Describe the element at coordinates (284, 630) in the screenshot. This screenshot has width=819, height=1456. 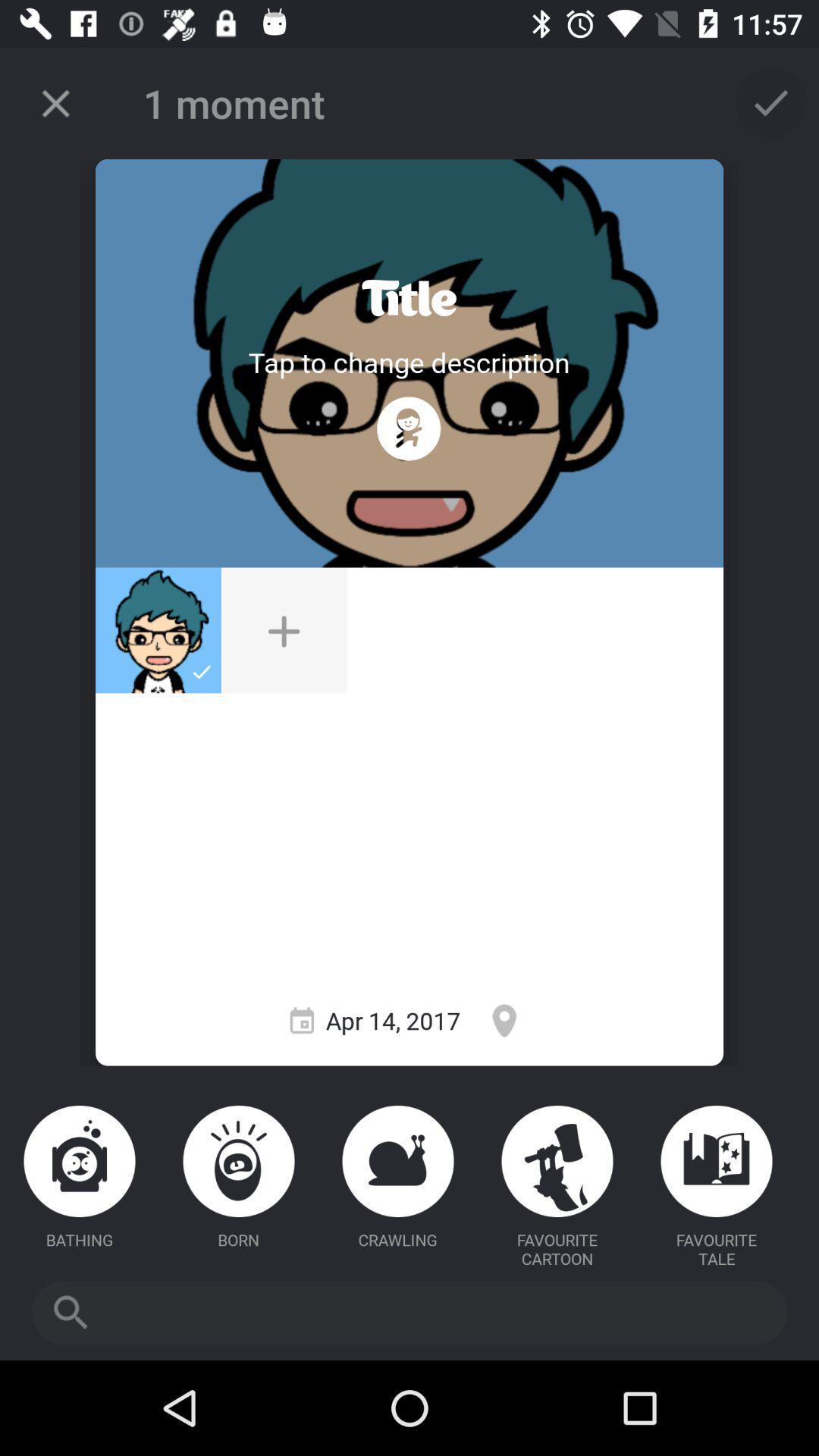
I see `additional photo` at that location.